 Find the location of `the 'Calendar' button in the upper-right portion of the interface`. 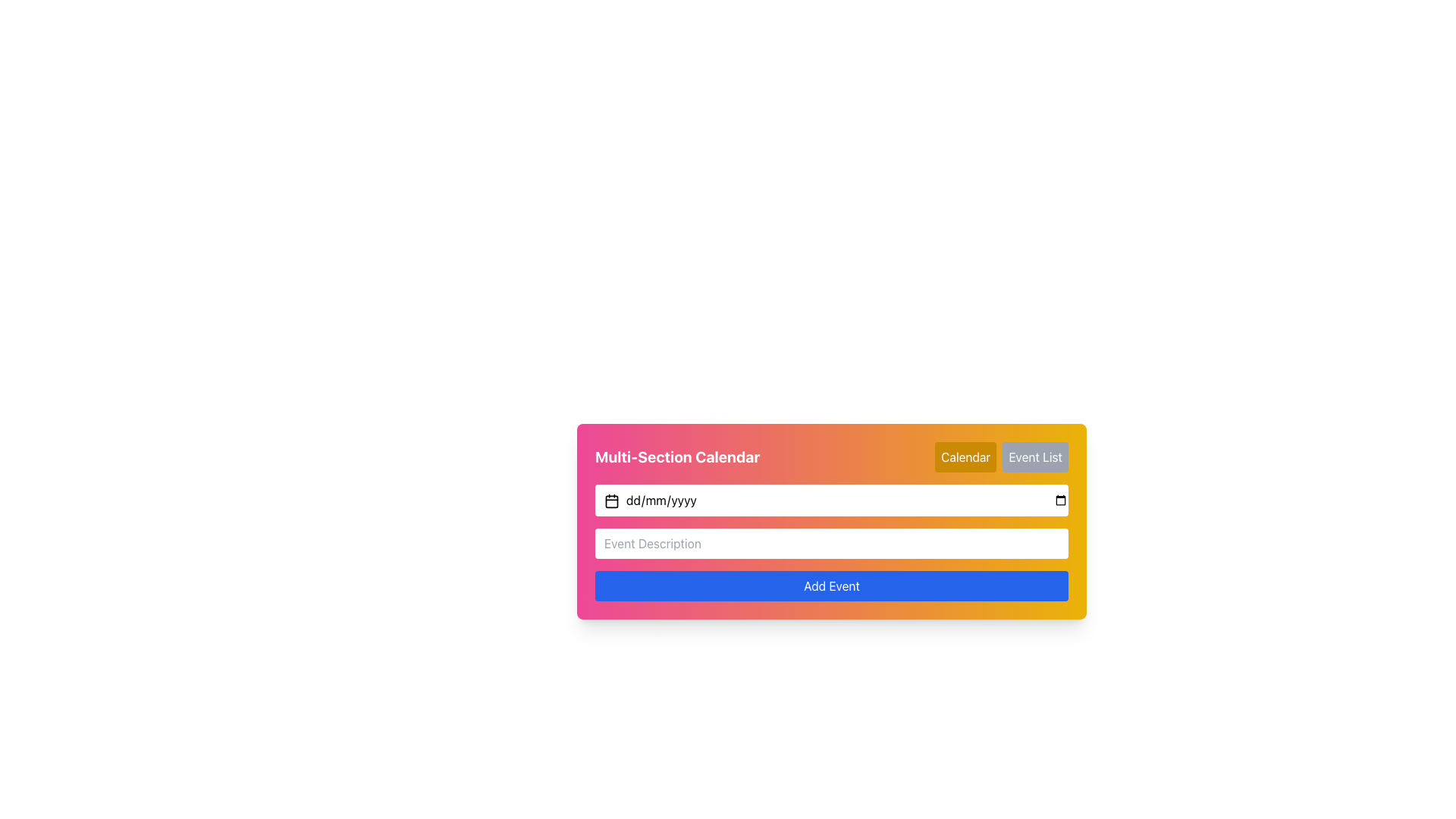

the 'Calendar' button in the upper-right portion of the interface is located at coordinates (965, 456).